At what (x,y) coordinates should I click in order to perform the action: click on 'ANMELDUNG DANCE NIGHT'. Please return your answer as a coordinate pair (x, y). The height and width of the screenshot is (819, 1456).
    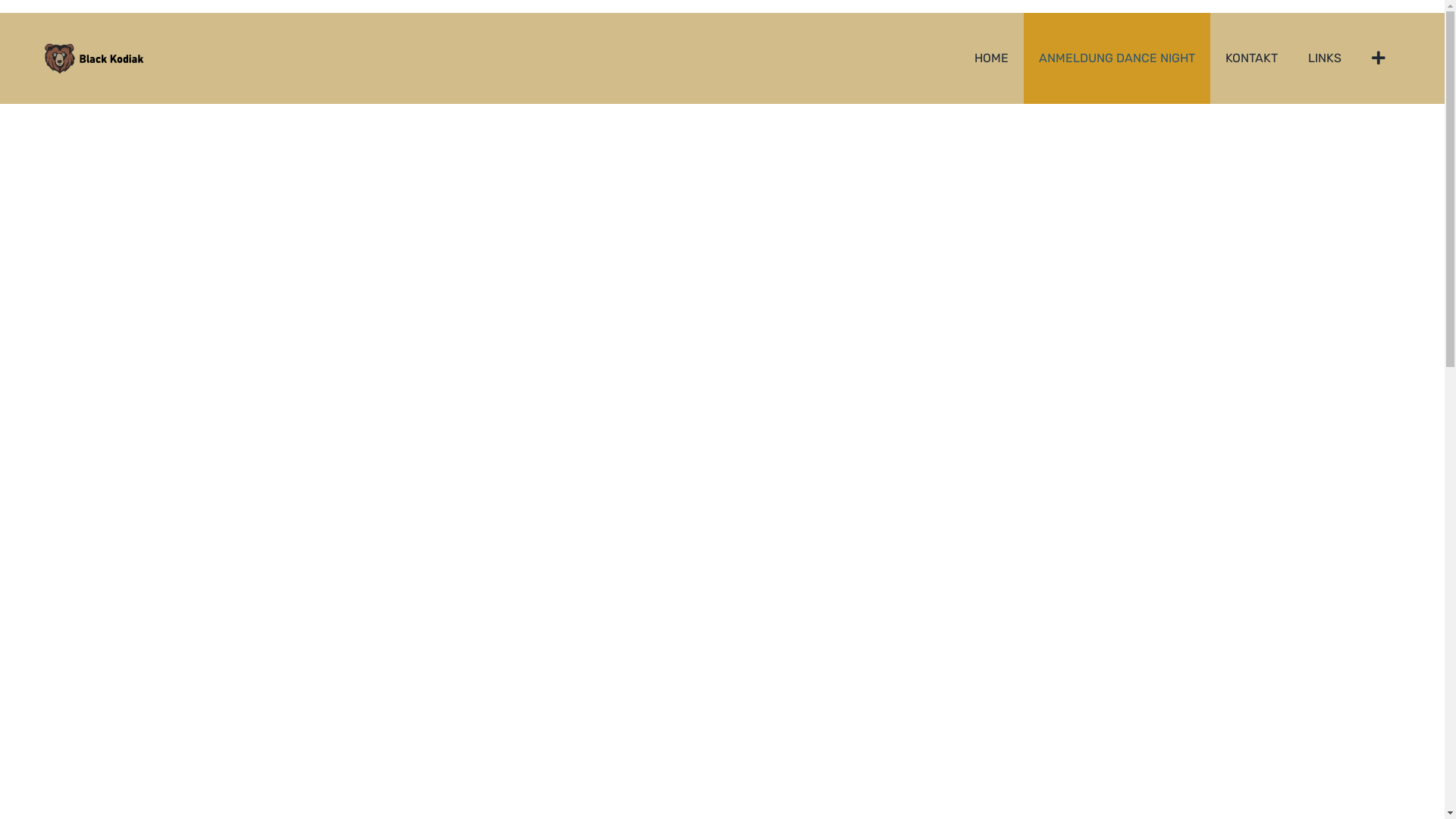
    Looking at the image, I should click on (1117, 58).